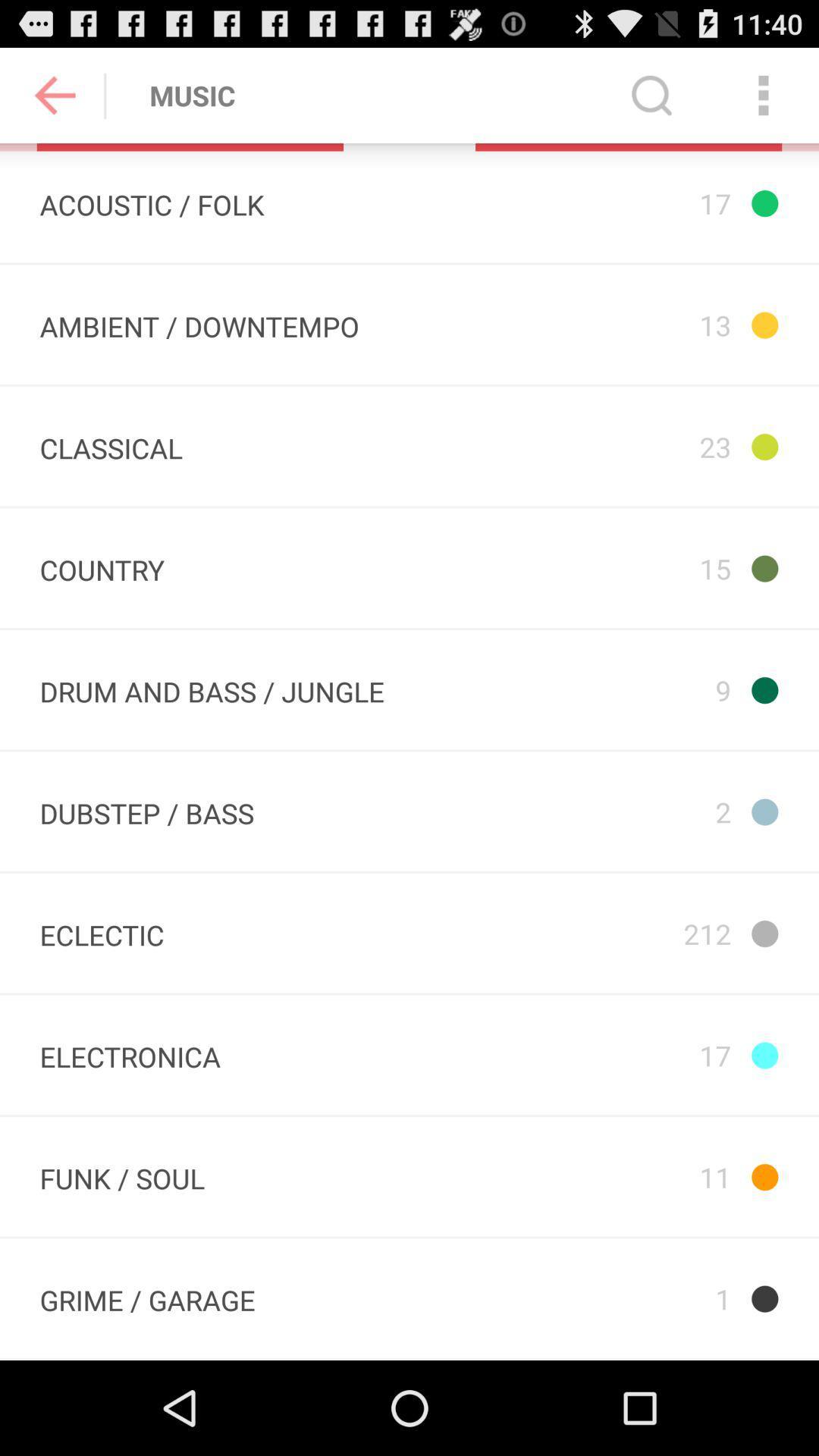 This screenshot has width=819, height=1456. I want to click on the icon below the 9 app, so click(627, 811).